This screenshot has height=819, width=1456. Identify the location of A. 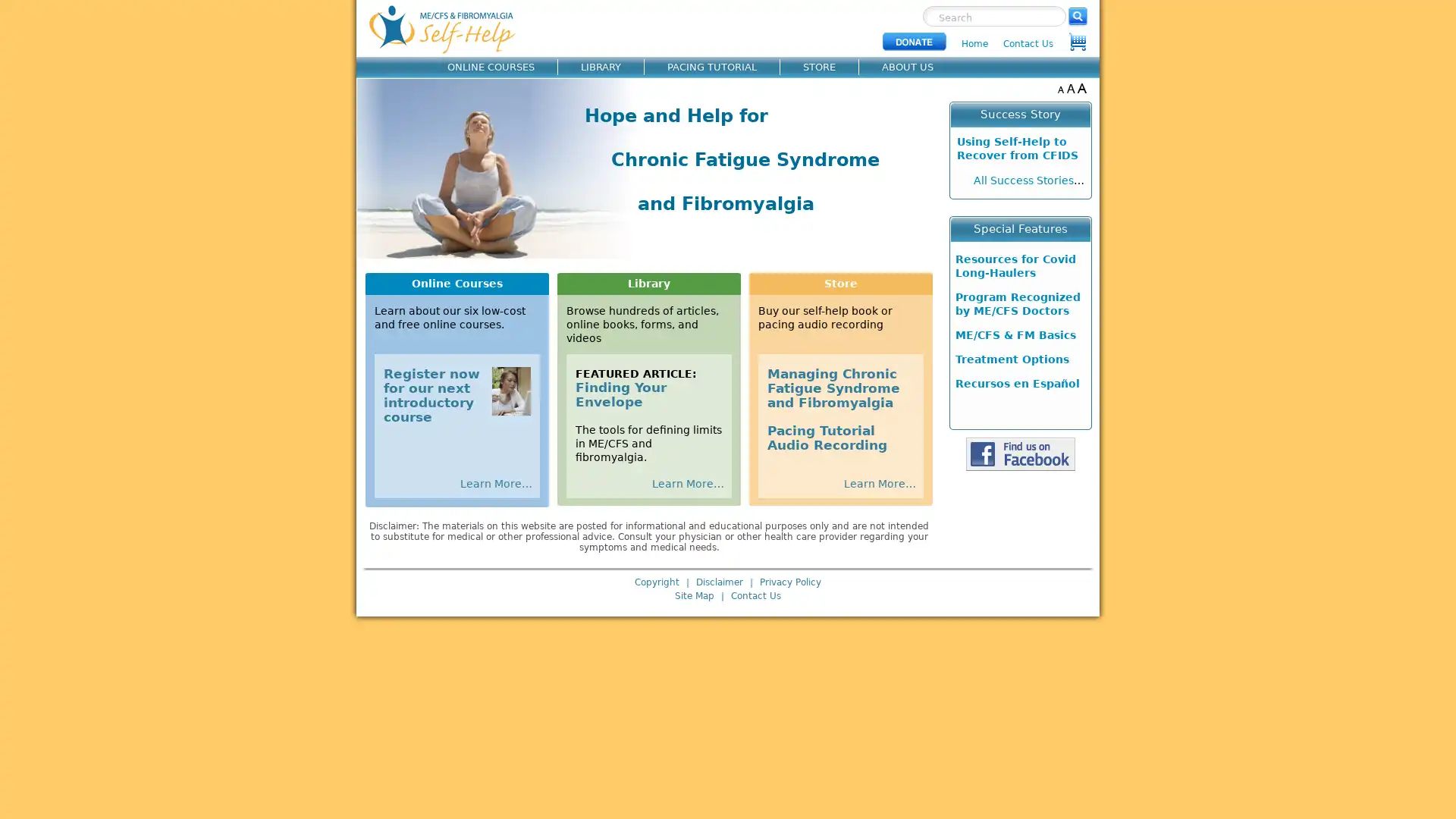
(1059, 88).